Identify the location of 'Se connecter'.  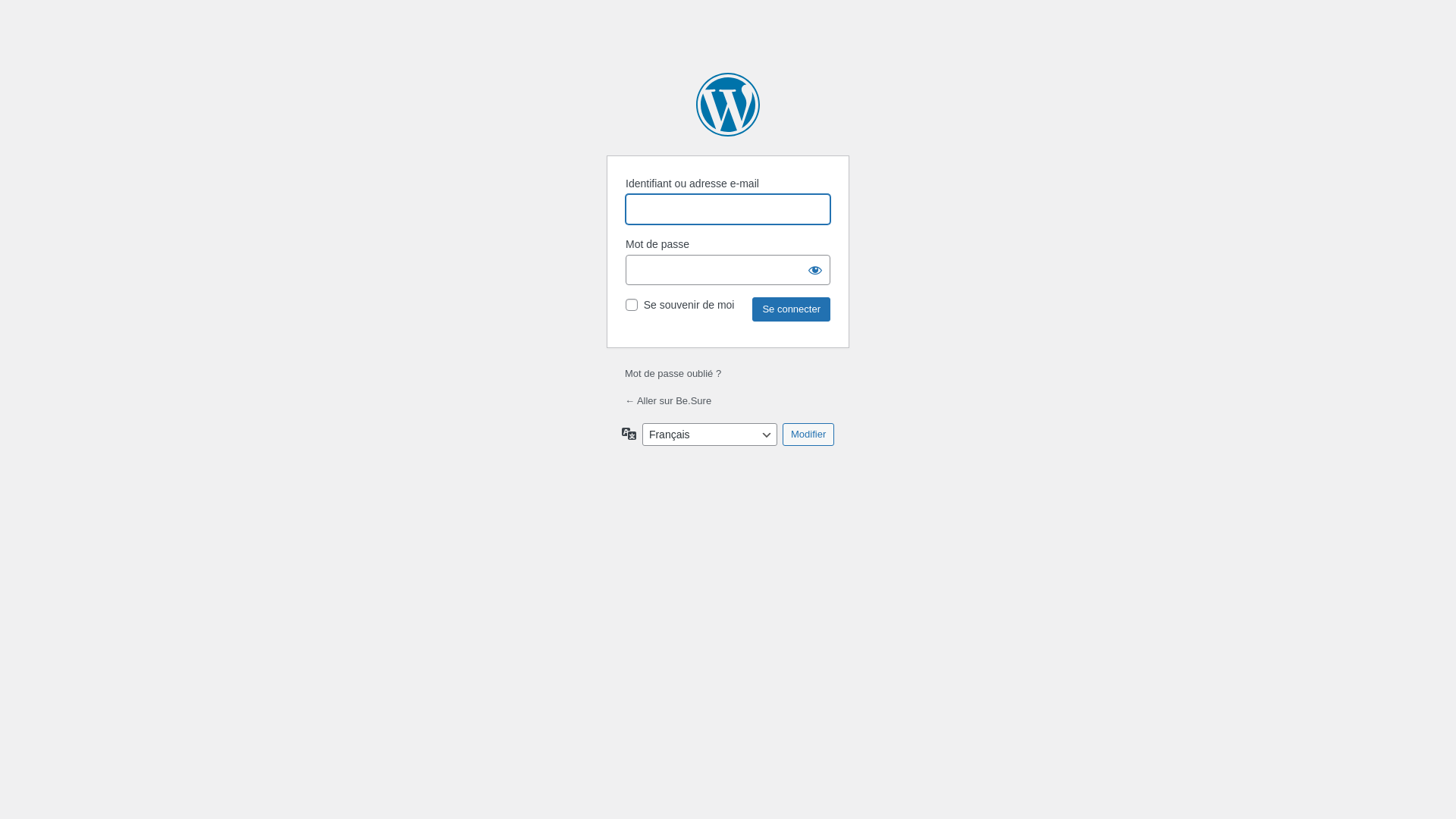
(790, 309).